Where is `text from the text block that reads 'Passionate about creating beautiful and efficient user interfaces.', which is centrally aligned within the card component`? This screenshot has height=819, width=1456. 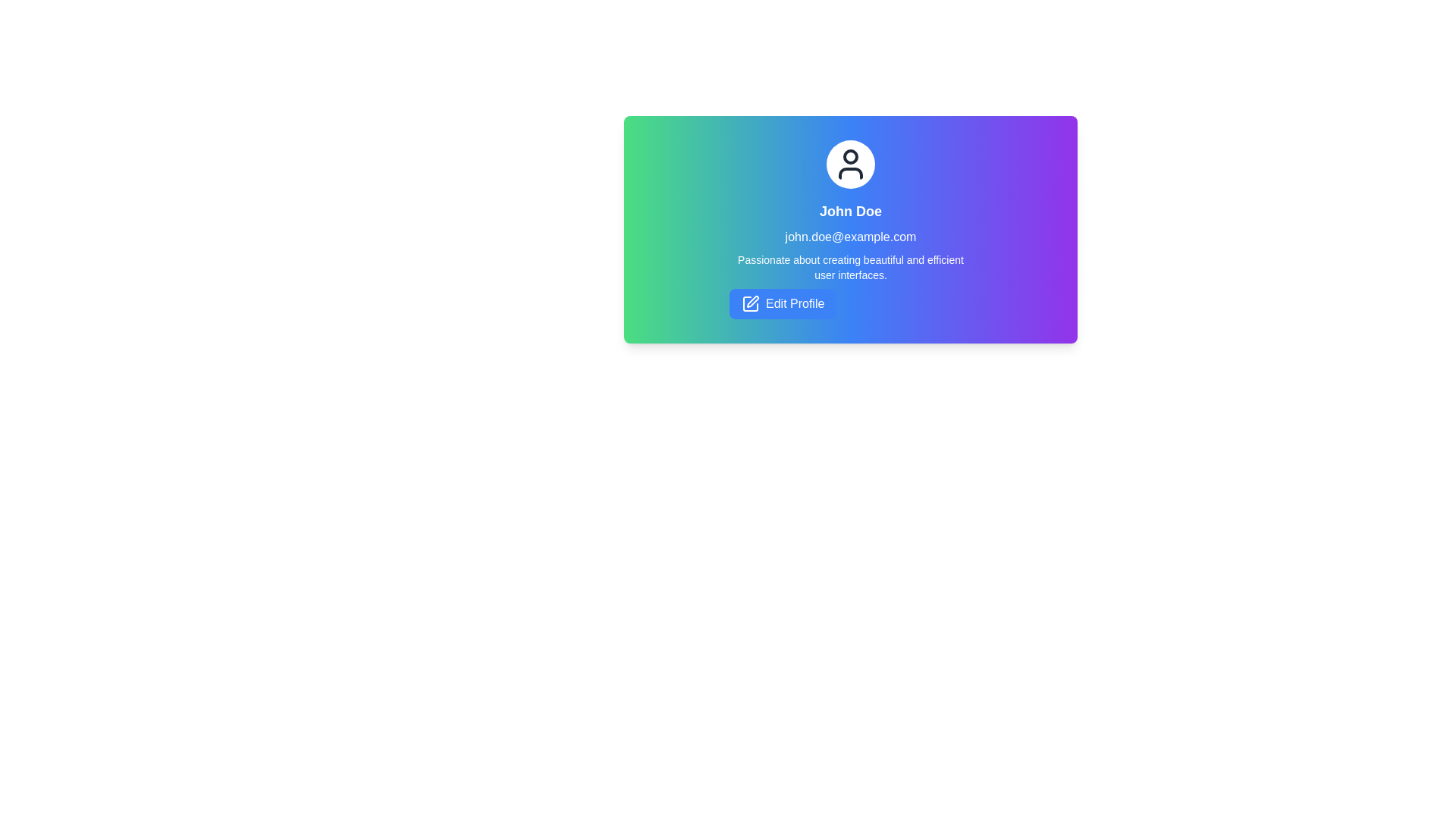 text from the text block that reads 'Passionate about creating beautiful and efficient user interfaces.', which is centrally aligned within the card component is located at coordinates (851, 267).